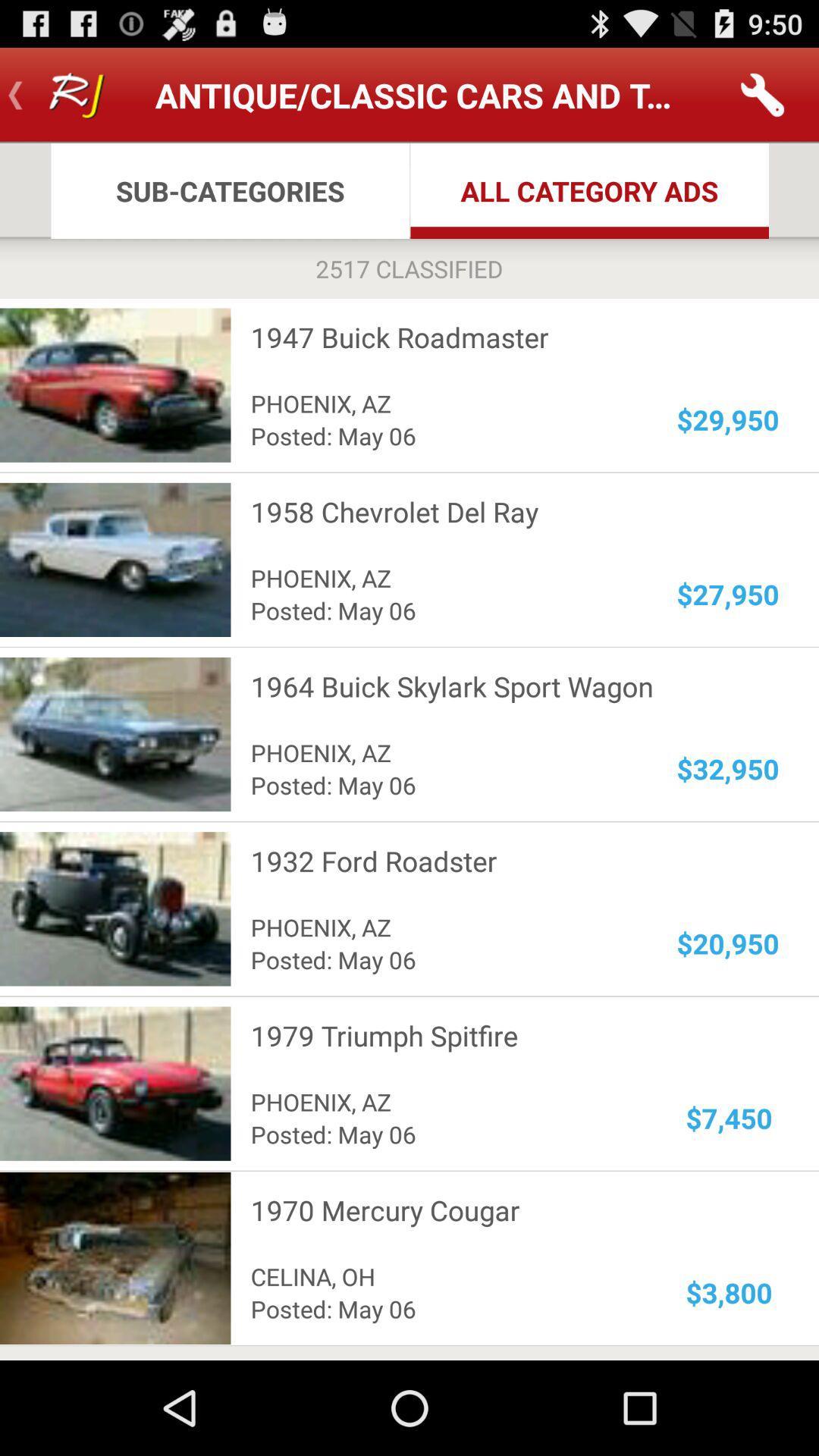 This screenshot has height=1456, width=819. What do you see at coordinates (444, 1276) in the screenshot?
I see `celina, oh icon` at bounding box center [444, 1276].